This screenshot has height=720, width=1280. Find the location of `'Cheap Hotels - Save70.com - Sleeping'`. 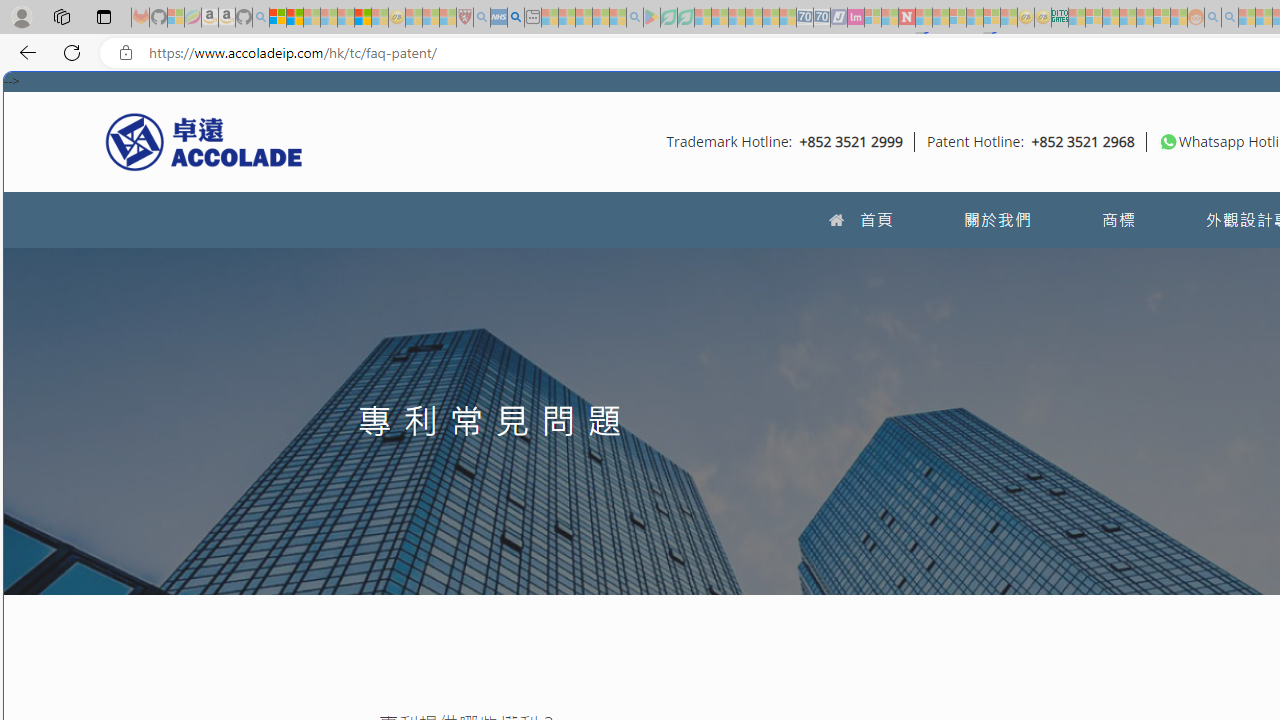

'Cheap Hotels - Save70.com - Sleeping' is located at coordinates (821, 17).